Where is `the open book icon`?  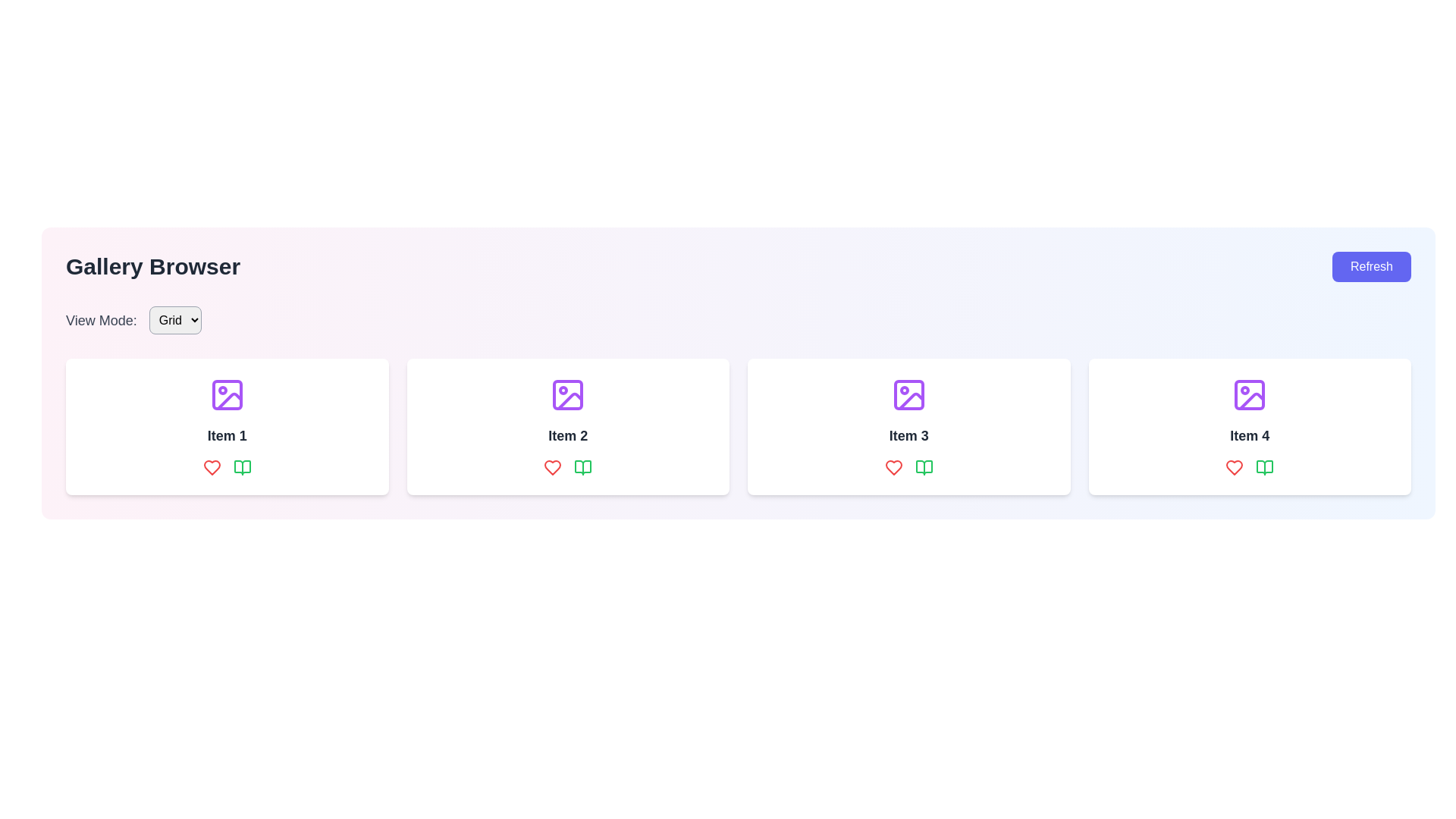 the open book icon is located at coordinates (908, 467).